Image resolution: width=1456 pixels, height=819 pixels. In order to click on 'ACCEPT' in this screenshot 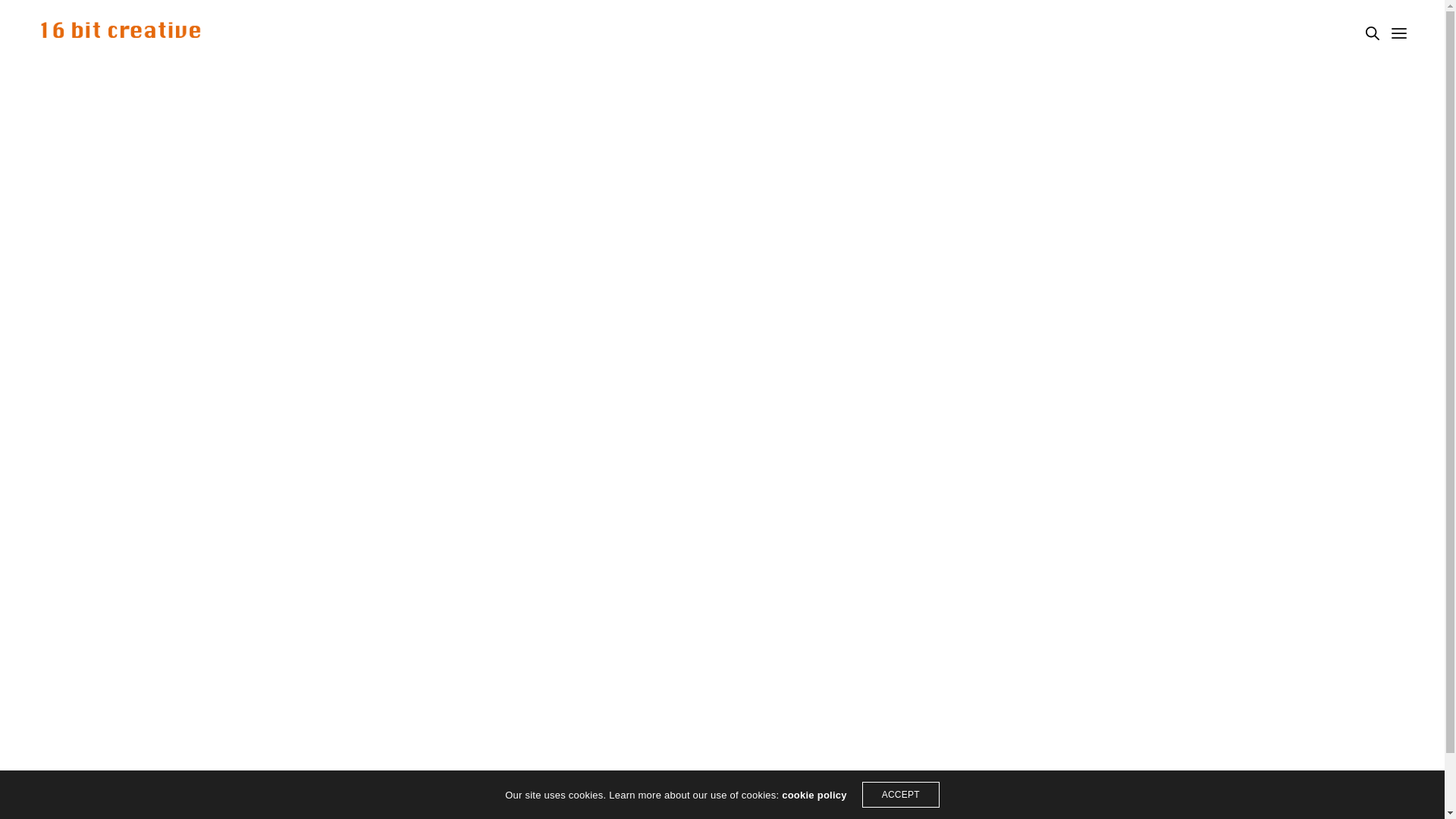, I will do `click(900, 794)`.